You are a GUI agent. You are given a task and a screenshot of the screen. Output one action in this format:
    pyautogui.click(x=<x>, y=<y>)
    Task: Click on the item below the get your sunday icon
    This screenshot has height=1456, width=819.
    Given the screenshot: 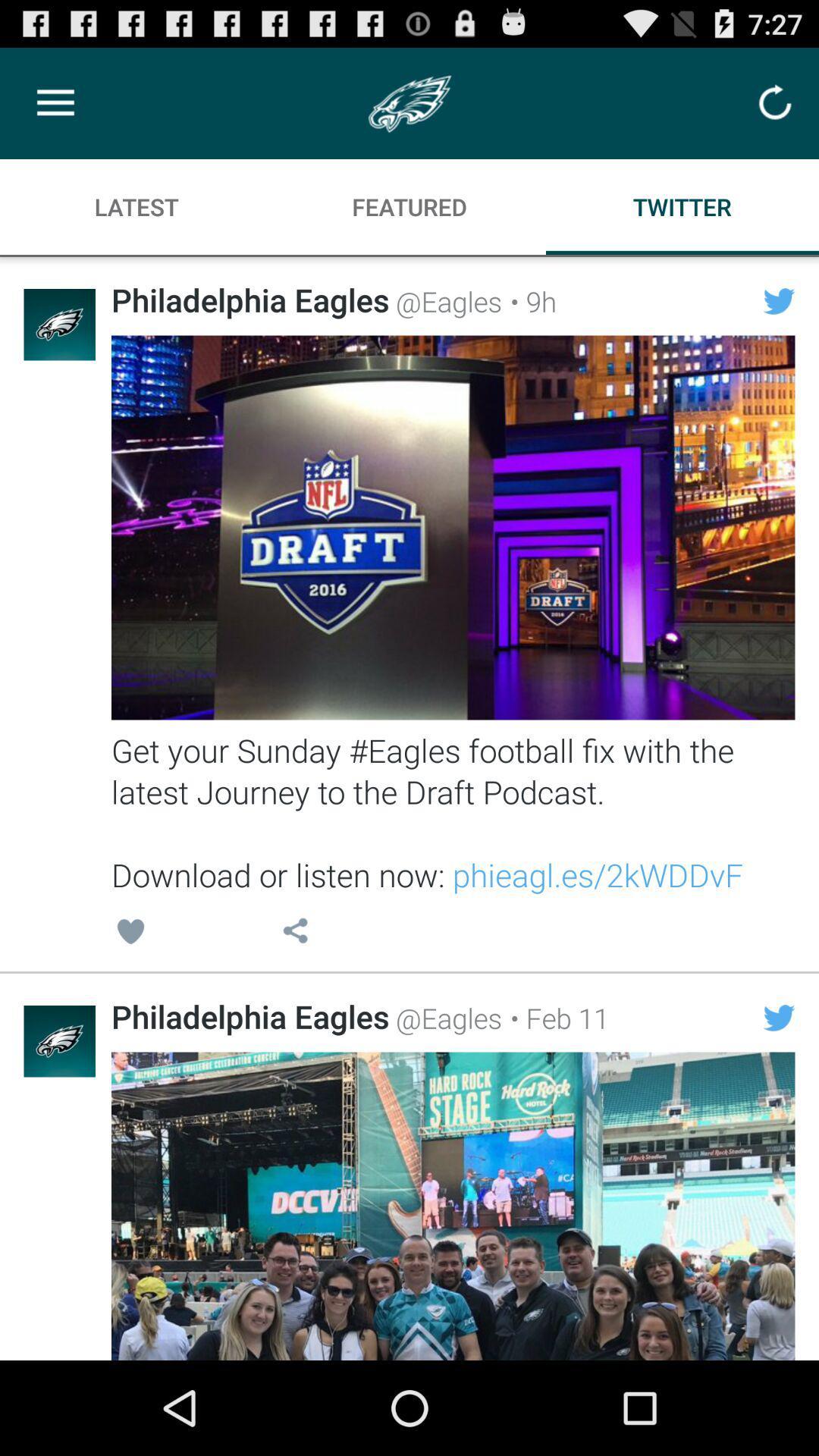 What is the action you would take?
    pyautogui.click(x=555, y=1018)
    